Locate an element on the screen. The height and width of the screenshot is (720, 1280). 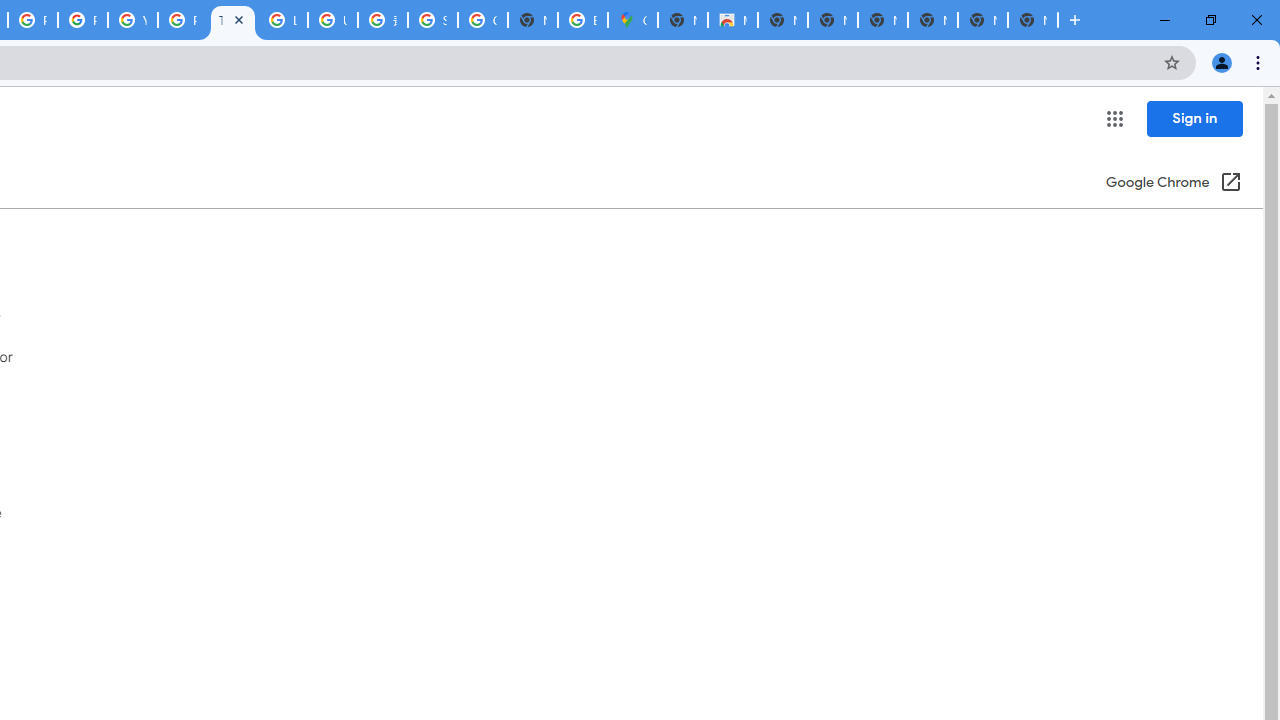
'New Tab' is located at coordinates (1032, 20).